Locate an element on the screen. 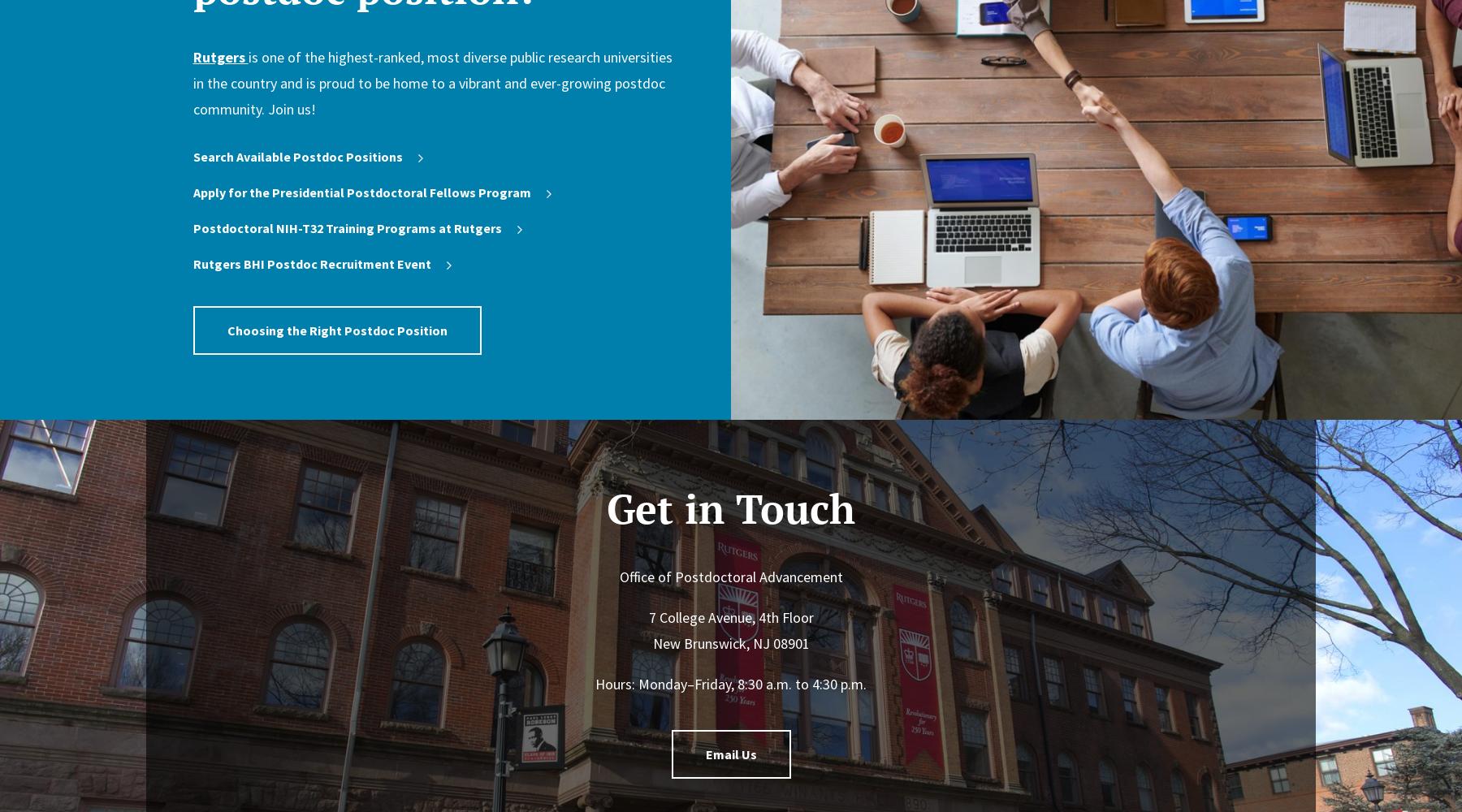 The image size is (1462, 812). 'Hours: Monday–Friday, 8:30 a.m. to 4:30 p.m.' is located at coordinates (731, 683).